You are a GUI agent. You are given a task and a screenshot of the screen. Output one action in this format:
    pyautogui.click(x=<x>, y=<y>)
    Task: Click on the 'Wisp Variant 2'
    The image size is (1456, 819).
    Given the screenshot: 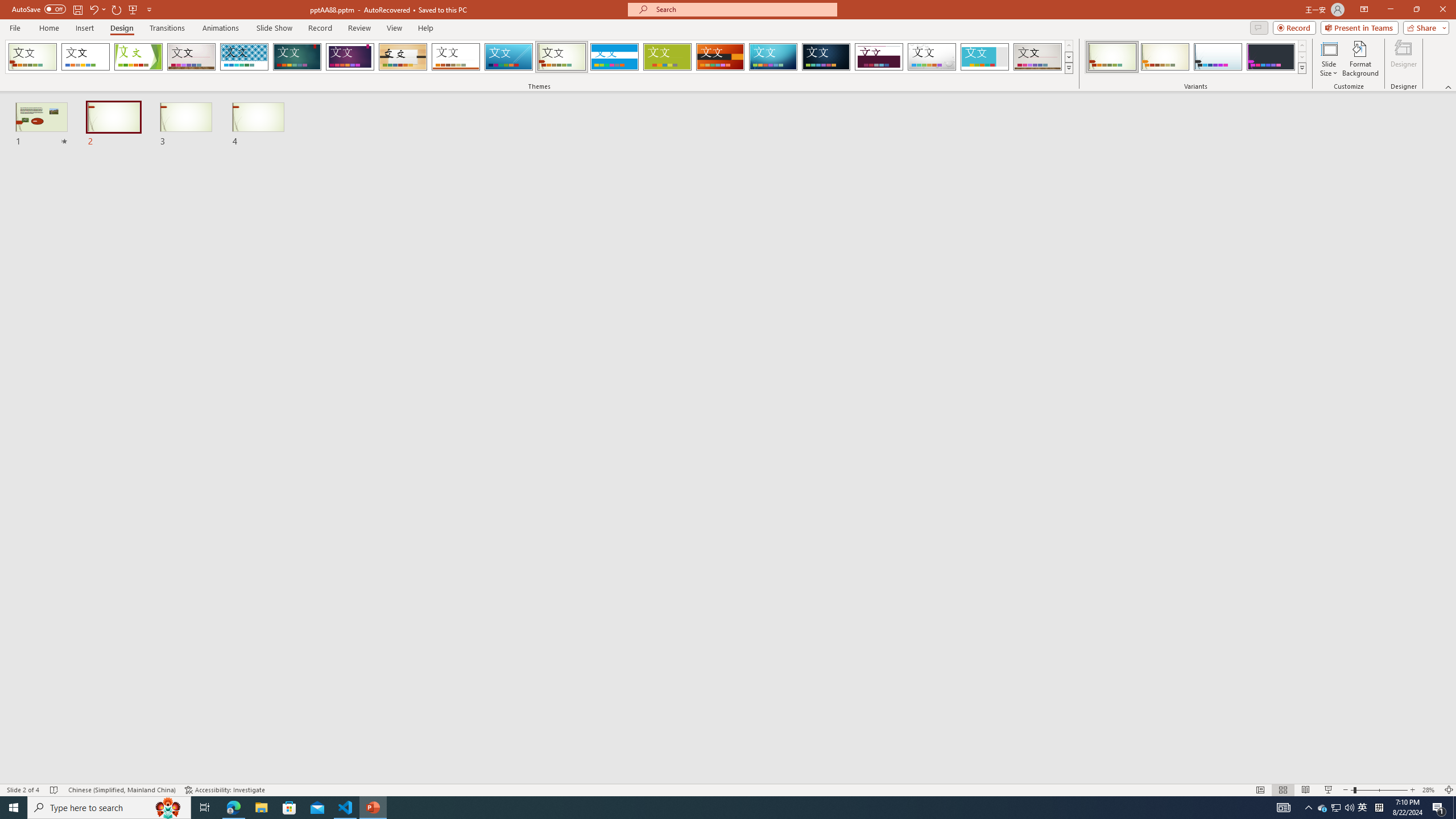 What is the action you would take?
    pyautogui.click(x=1164, y=56)
    